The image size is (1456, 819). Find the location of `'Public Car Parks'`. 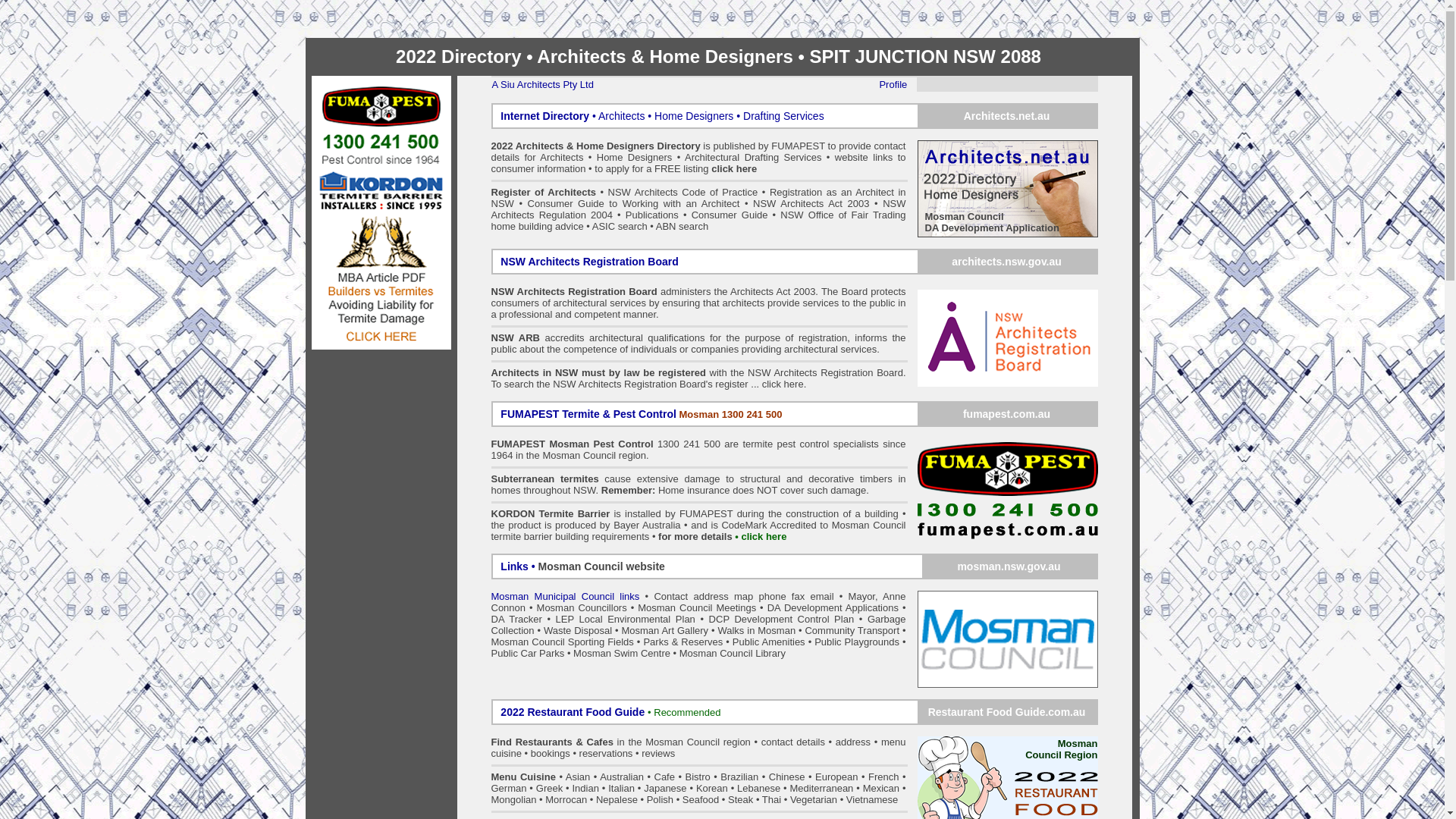

'Public Car Parks' is located at coordinates (528, 652).